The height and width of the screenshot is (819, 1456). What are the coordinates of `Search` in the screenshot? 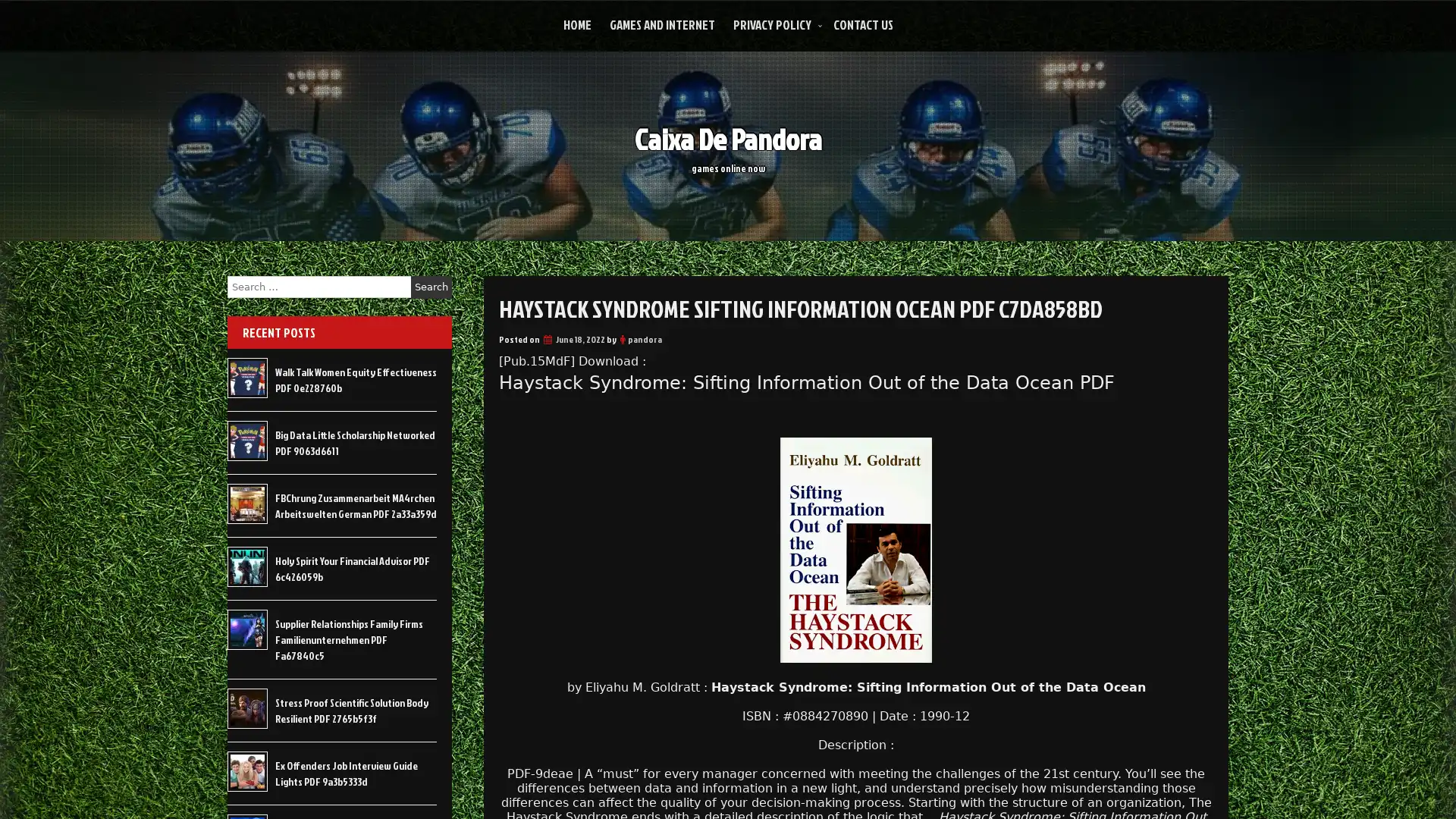 It's located at (431, 287).